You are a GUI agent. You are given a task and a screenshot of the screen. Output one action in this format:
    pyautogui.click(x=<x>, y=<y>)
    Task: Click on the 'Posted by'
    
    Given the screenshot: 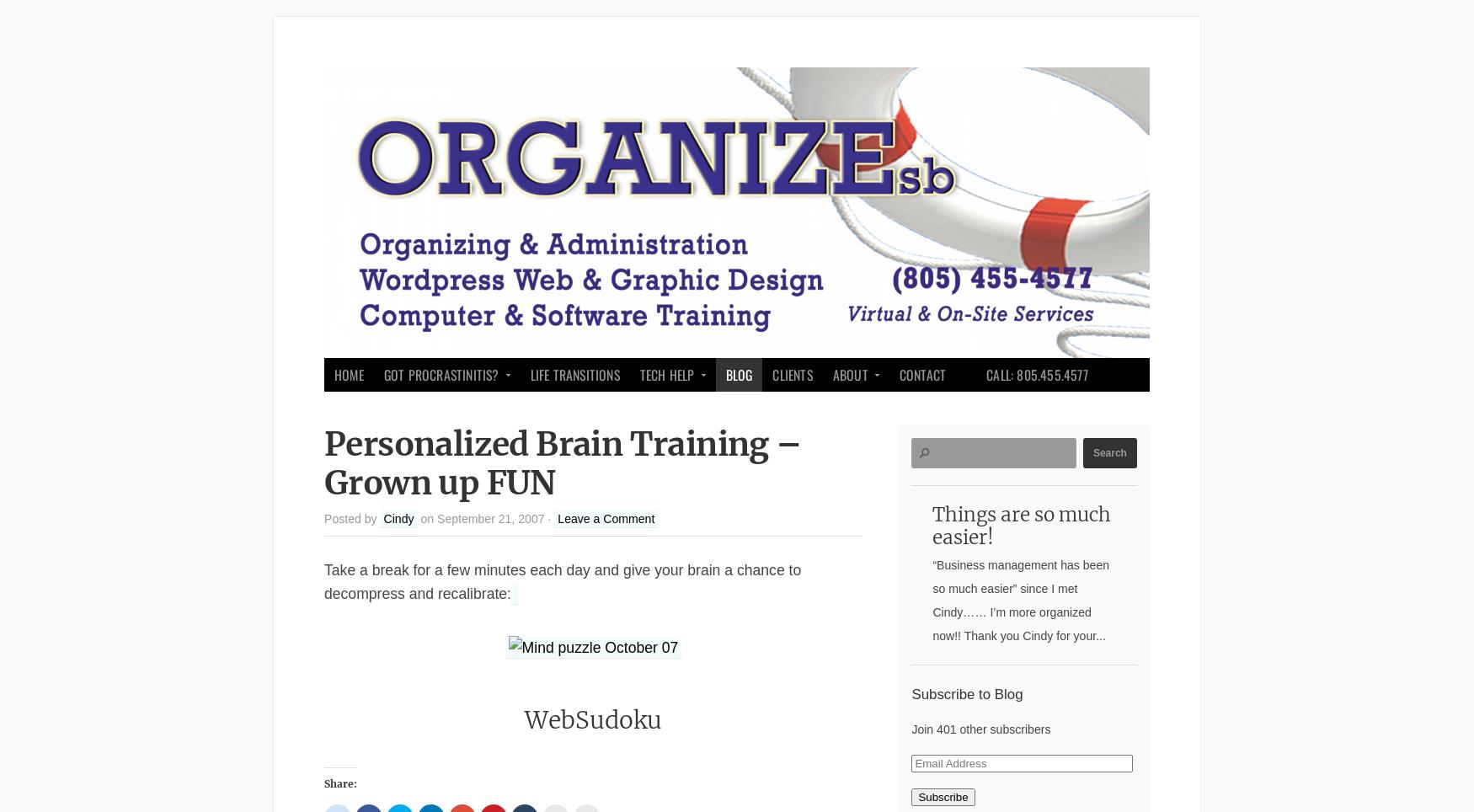 What is the action you would take?
    pyautogui.click(x=351, y=518)
    